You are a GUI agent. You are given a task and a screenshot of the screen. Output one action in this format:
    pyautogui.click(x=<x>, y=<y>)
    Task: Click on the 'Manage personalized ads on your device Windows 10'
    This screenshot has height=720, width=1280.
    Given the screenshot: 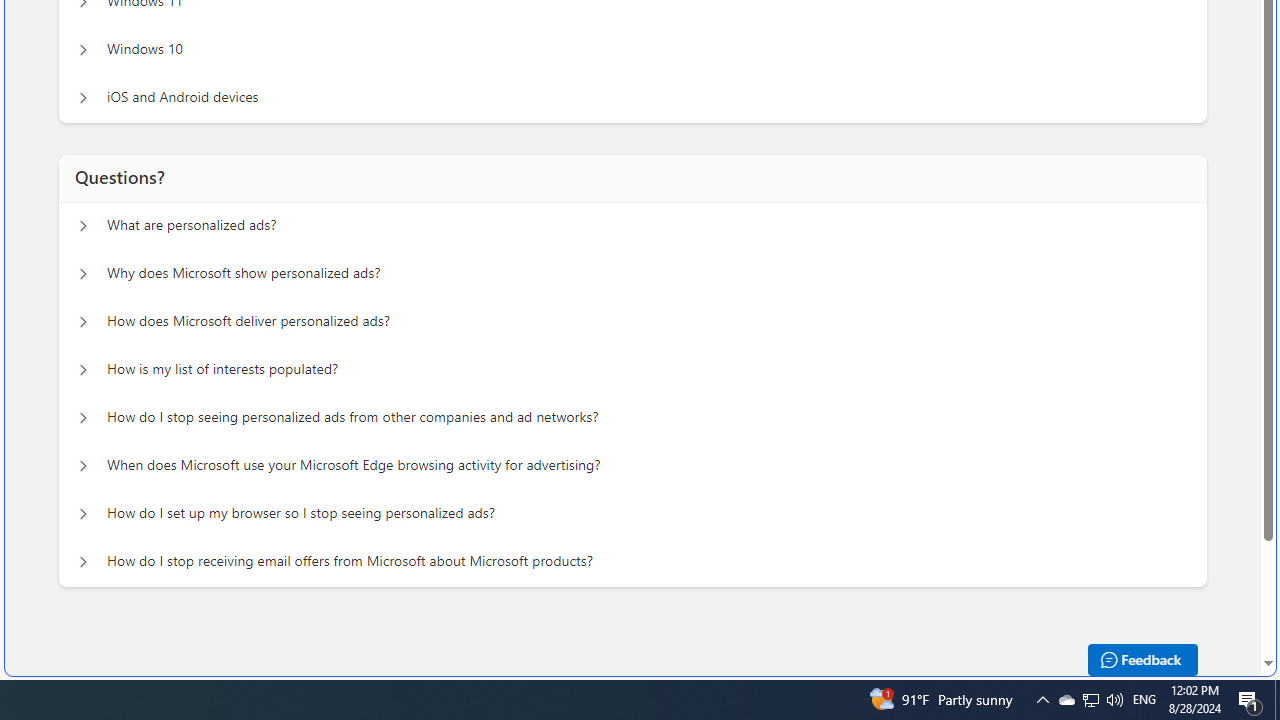 What is the action you would take?
    pyautogui.click(x=82, y=49)
    